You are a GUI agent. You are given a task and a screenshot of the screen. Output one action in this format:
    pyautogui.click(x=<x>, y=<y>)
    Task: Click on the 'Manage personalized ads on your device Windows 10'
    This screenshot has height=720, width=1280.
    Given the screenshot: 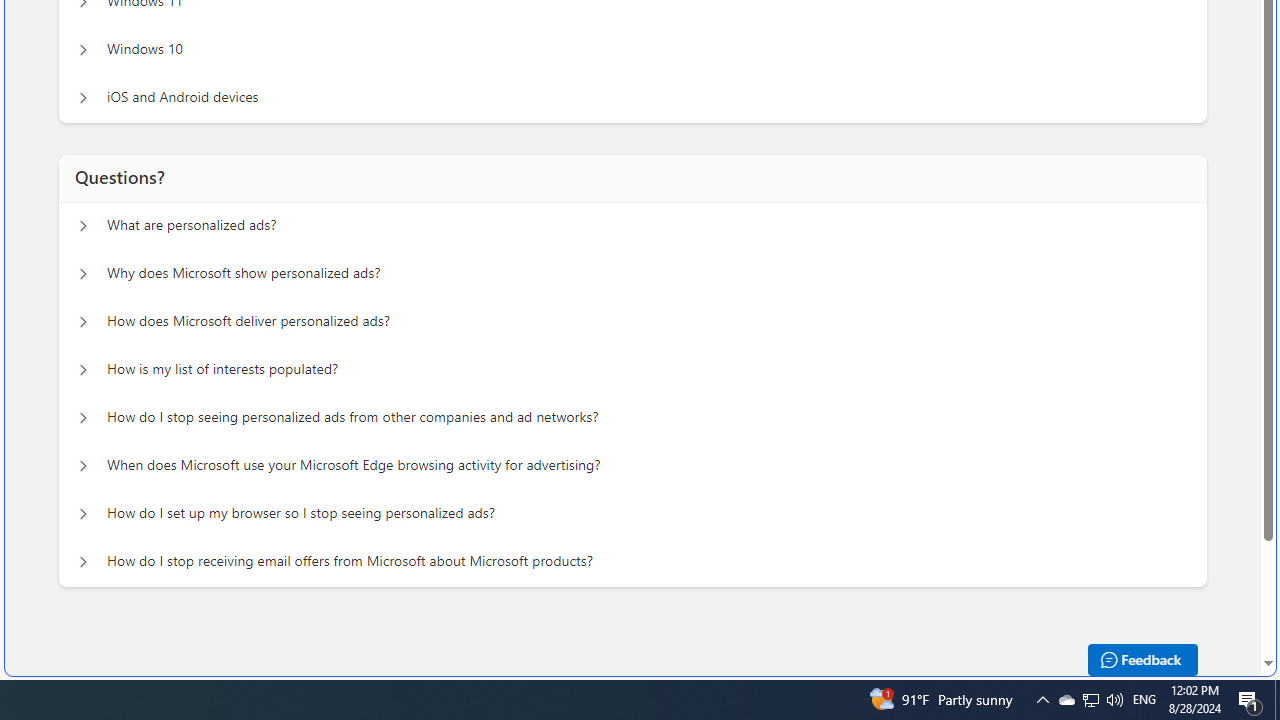 What is the action you would take?
    pyautogui.click(x=82, y=49)
    